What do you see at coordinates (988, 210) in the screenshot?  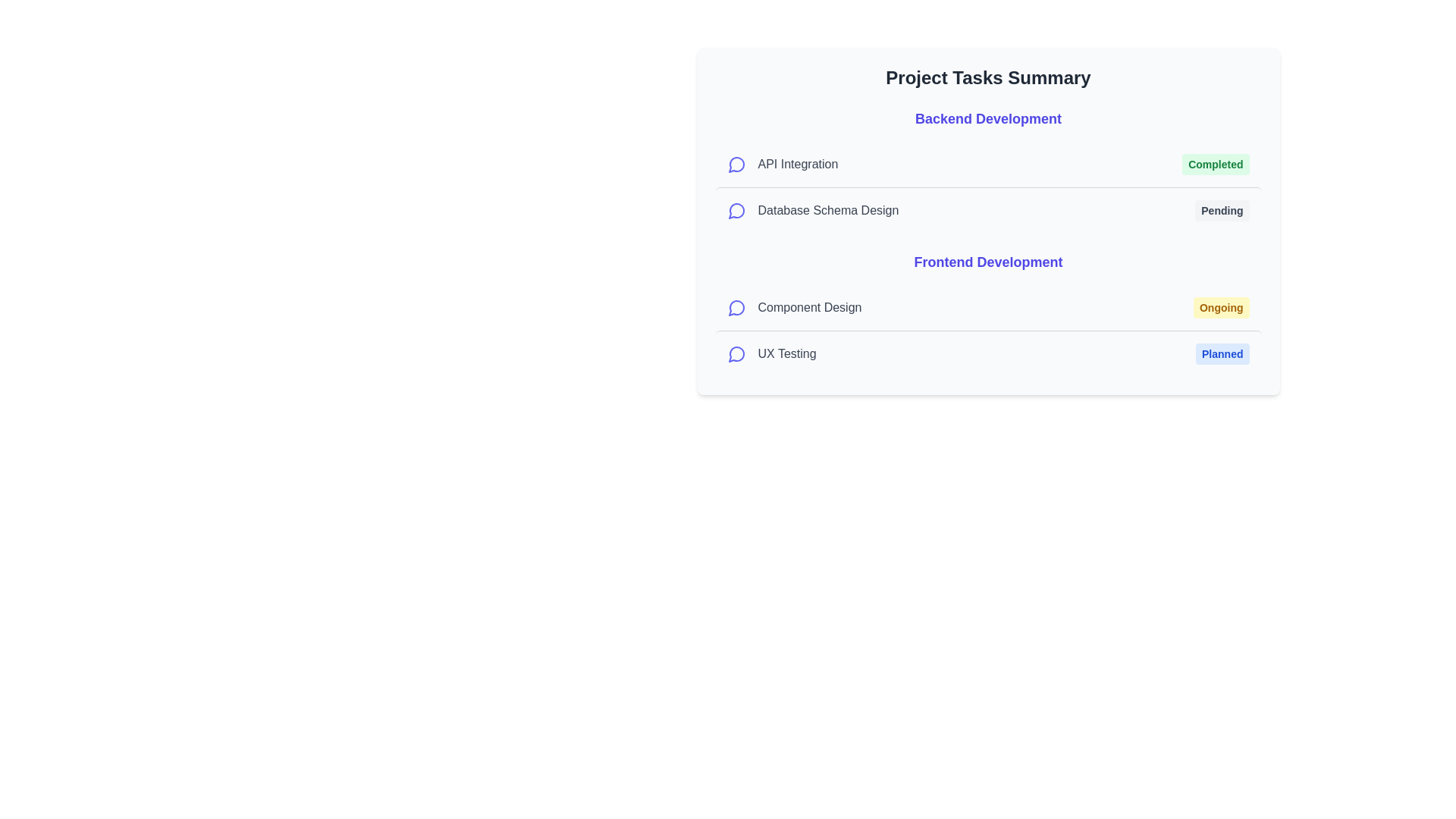 I see `the status indicator of the task entry labeled 'Database Schema Design' which has a status of 'Pending' in the 'Backend Development' section` at bounding box center [988, 210].